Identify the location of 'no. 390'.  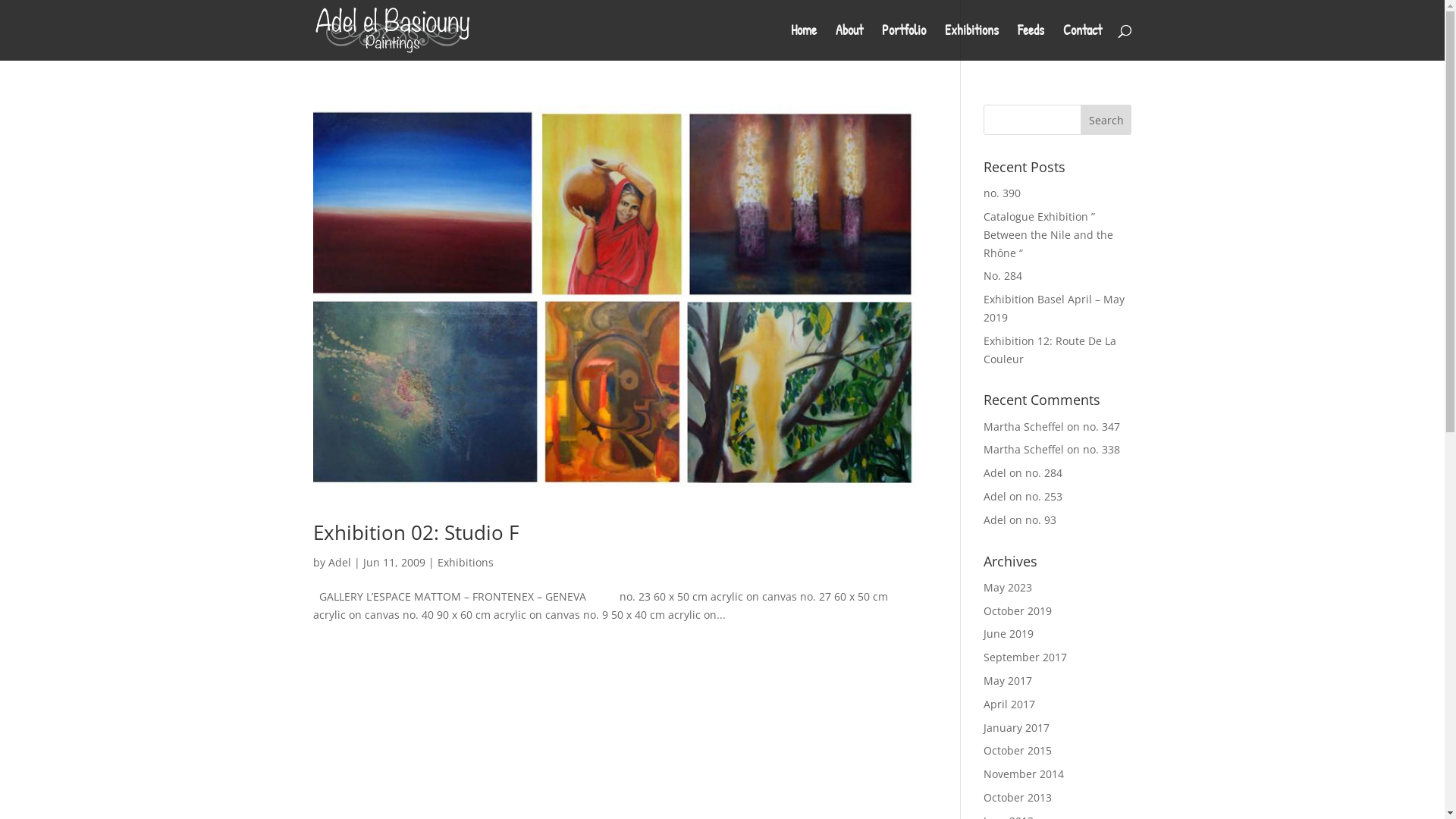
(1002, 192).